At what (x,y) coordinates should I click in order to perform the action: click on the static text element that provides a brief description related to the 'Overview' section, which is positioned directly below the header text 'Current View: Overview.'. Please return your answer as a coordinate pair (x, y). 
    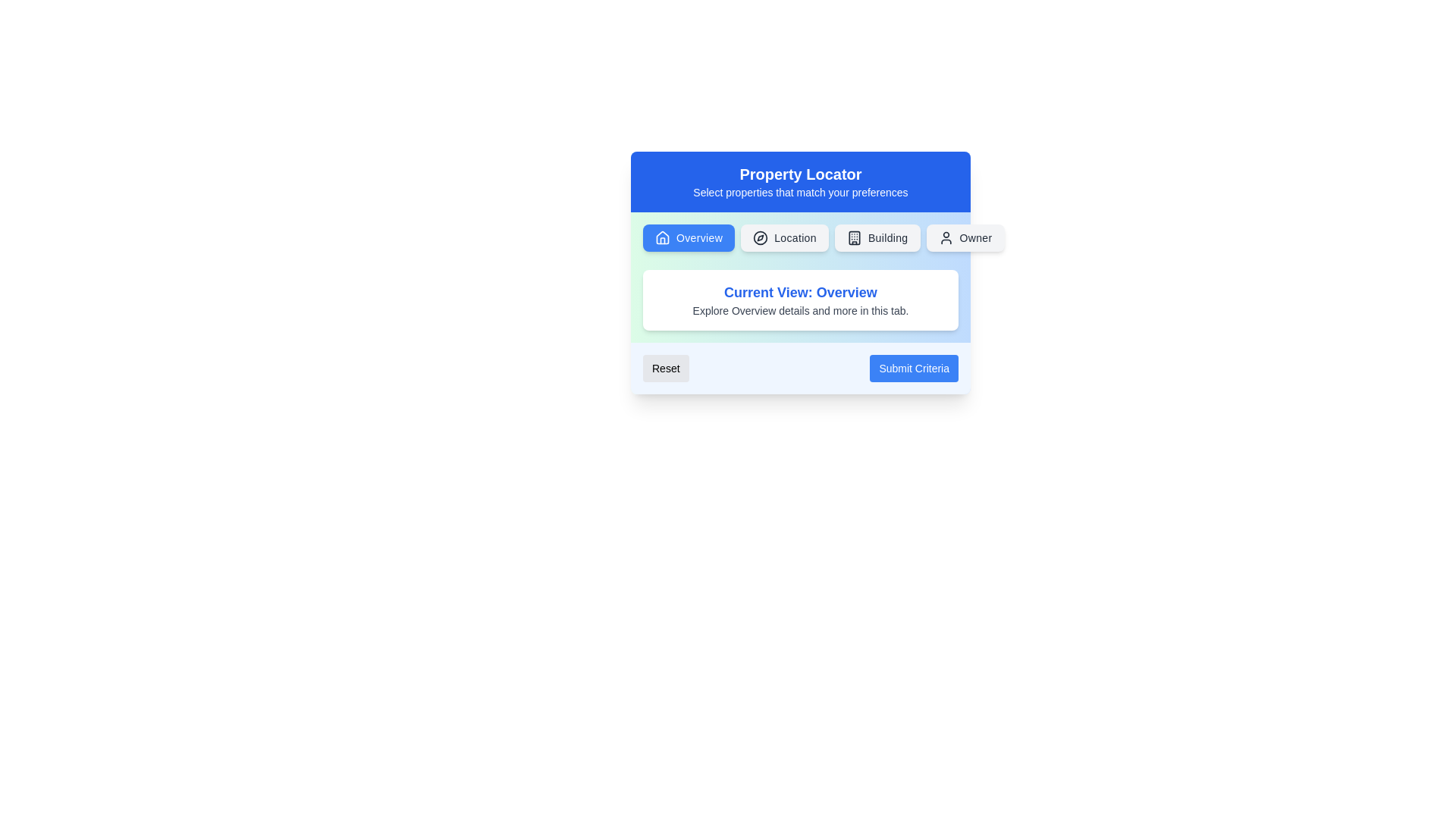
    Looking at the image, I should click on (800, 309).